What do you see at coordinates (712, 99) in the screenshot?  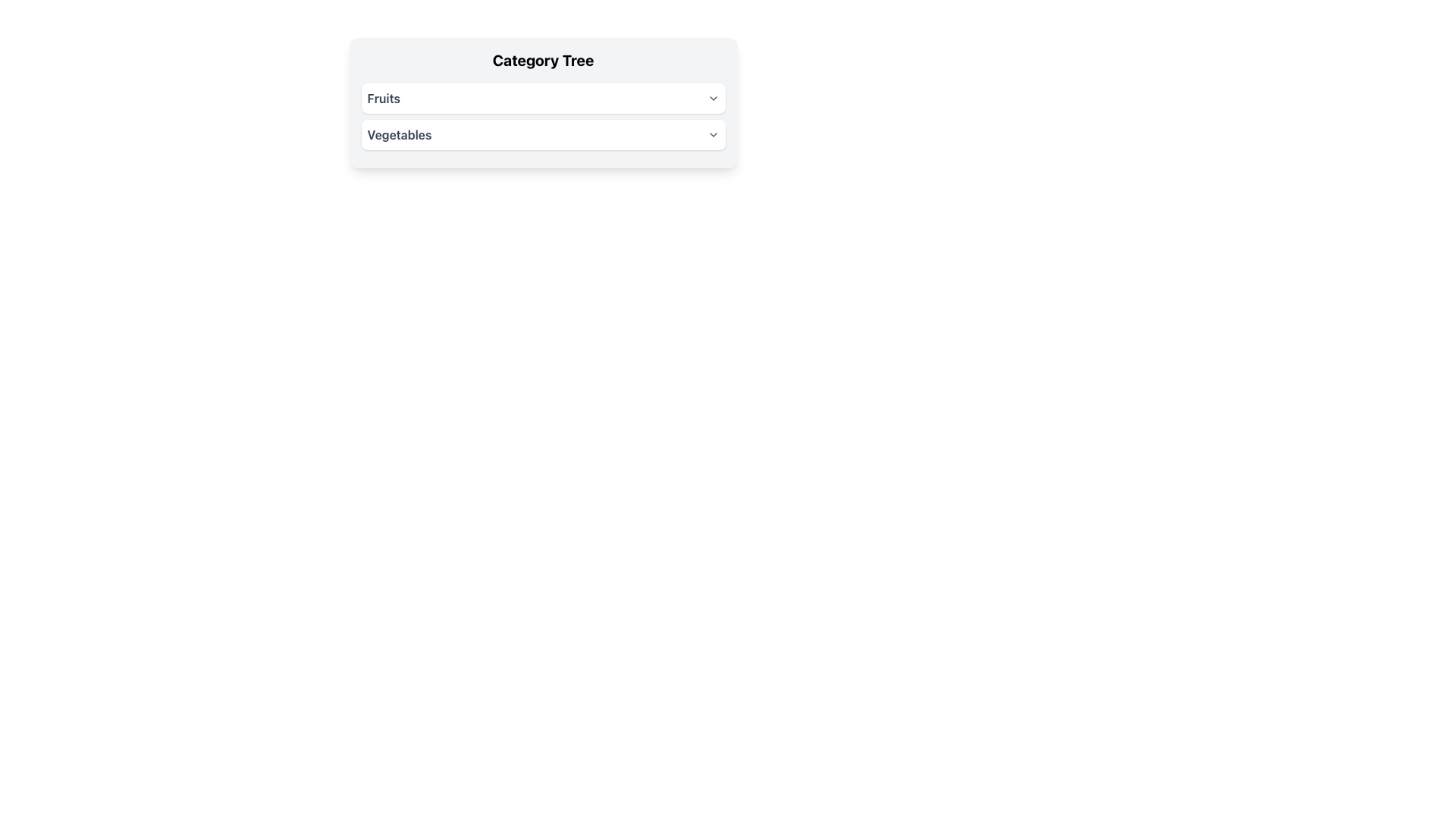 I see `the small chevron-down arrow icon located to the right of the 'Fruits' label within the 'Fruits' selection item` at bounding box center [712, 99].